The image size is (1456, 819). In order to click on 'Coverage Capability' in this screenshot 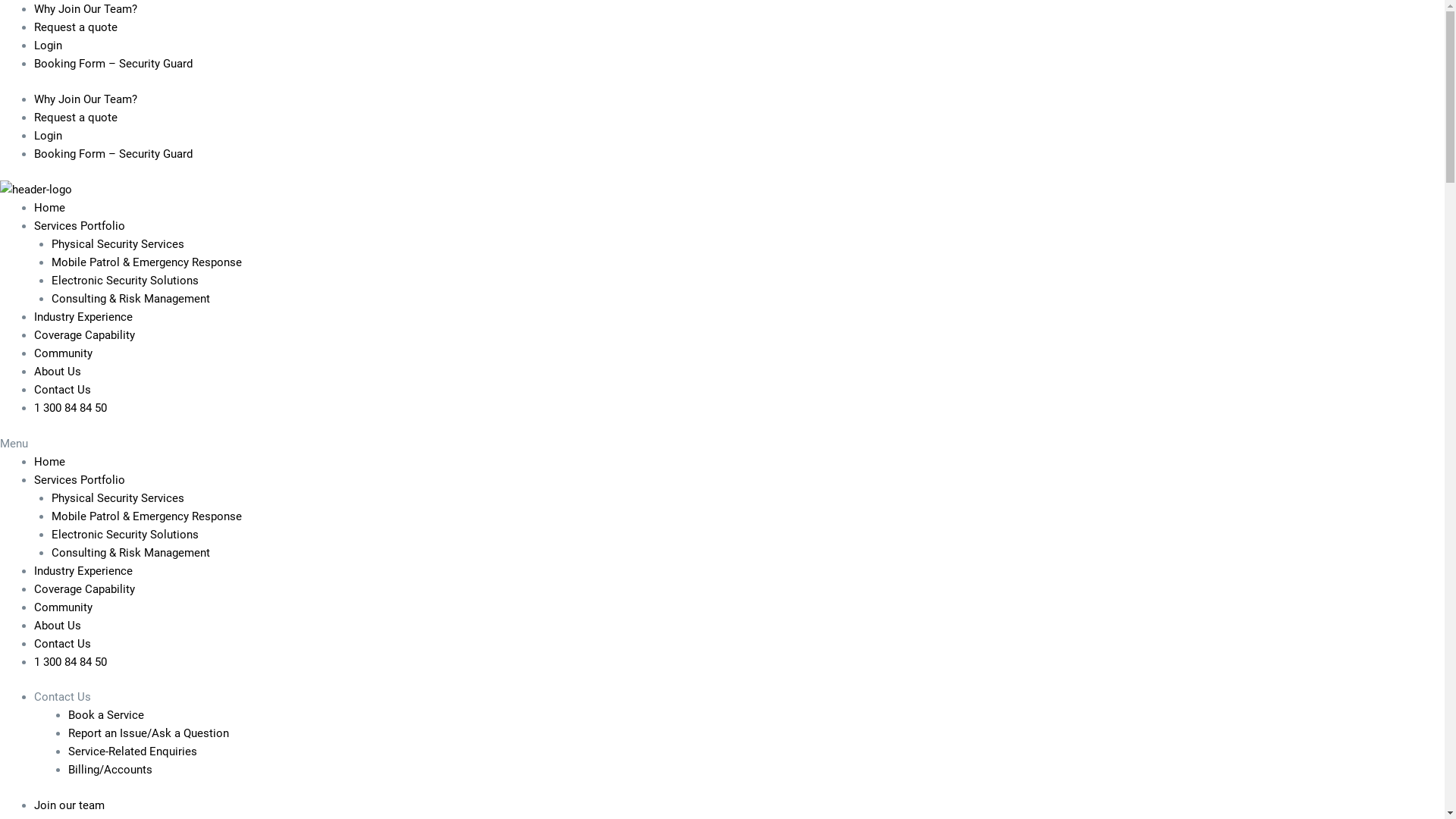, I will do `click(83, 588)`.